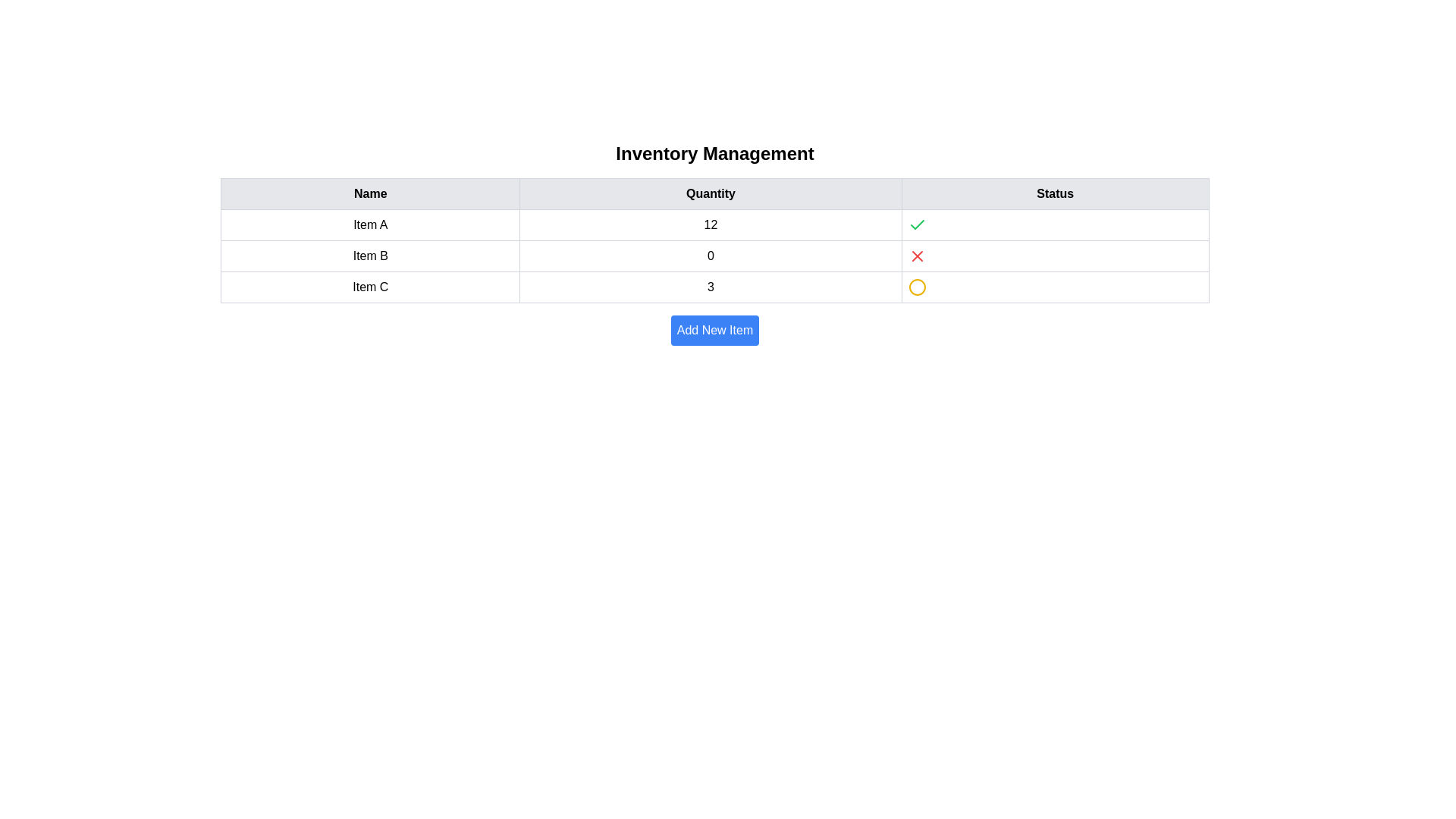  I want to click on the status icon in the second row of the table, so click(916, 256).